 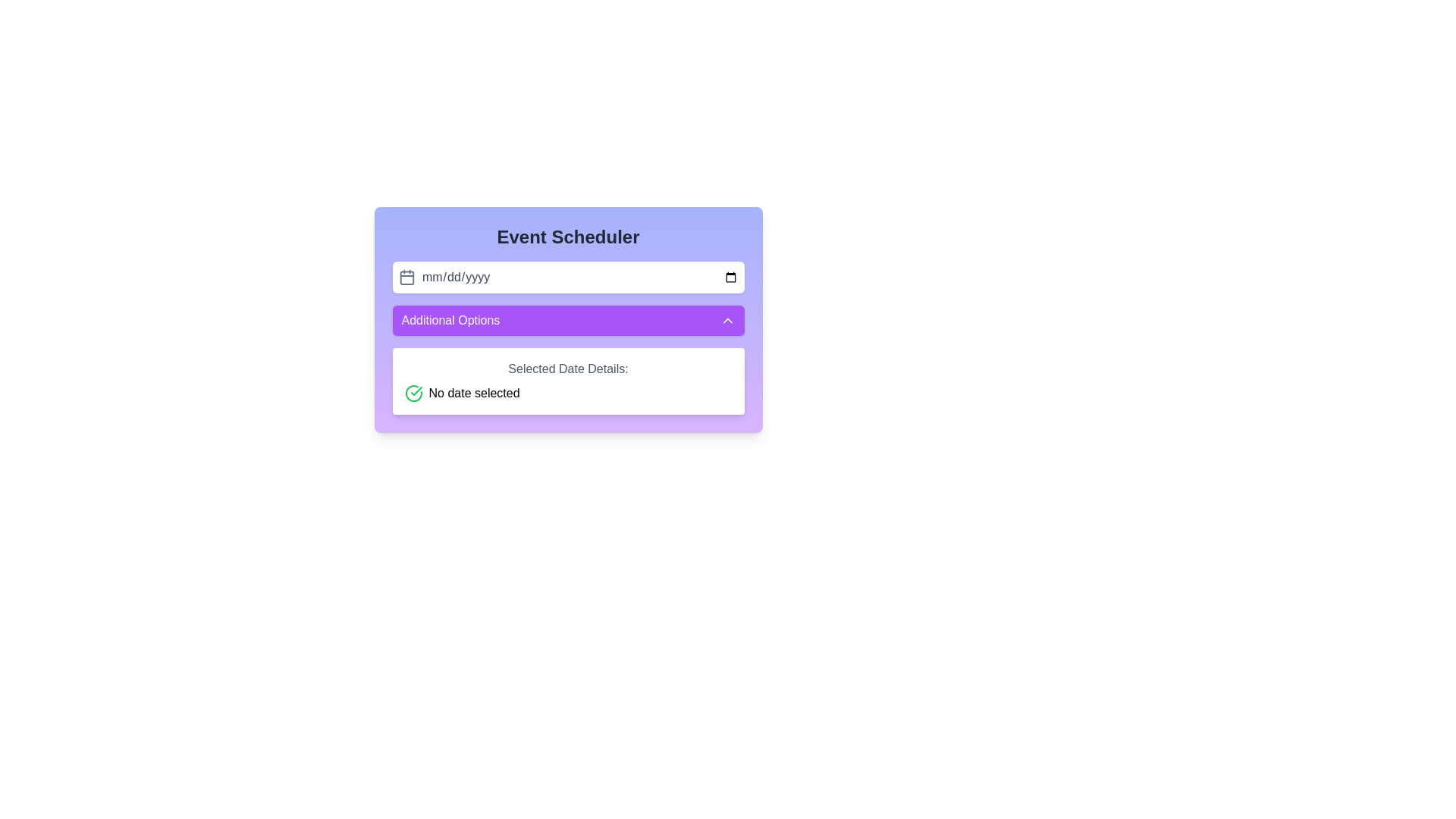 What do you see at coordinates (406, 278) in the screenshot?
I see `the calendar icon located at the start of the date input field with the placeholder 'mm/dd/yyyy', which is inside a white shadowed box` at bounding box center [406, 278].